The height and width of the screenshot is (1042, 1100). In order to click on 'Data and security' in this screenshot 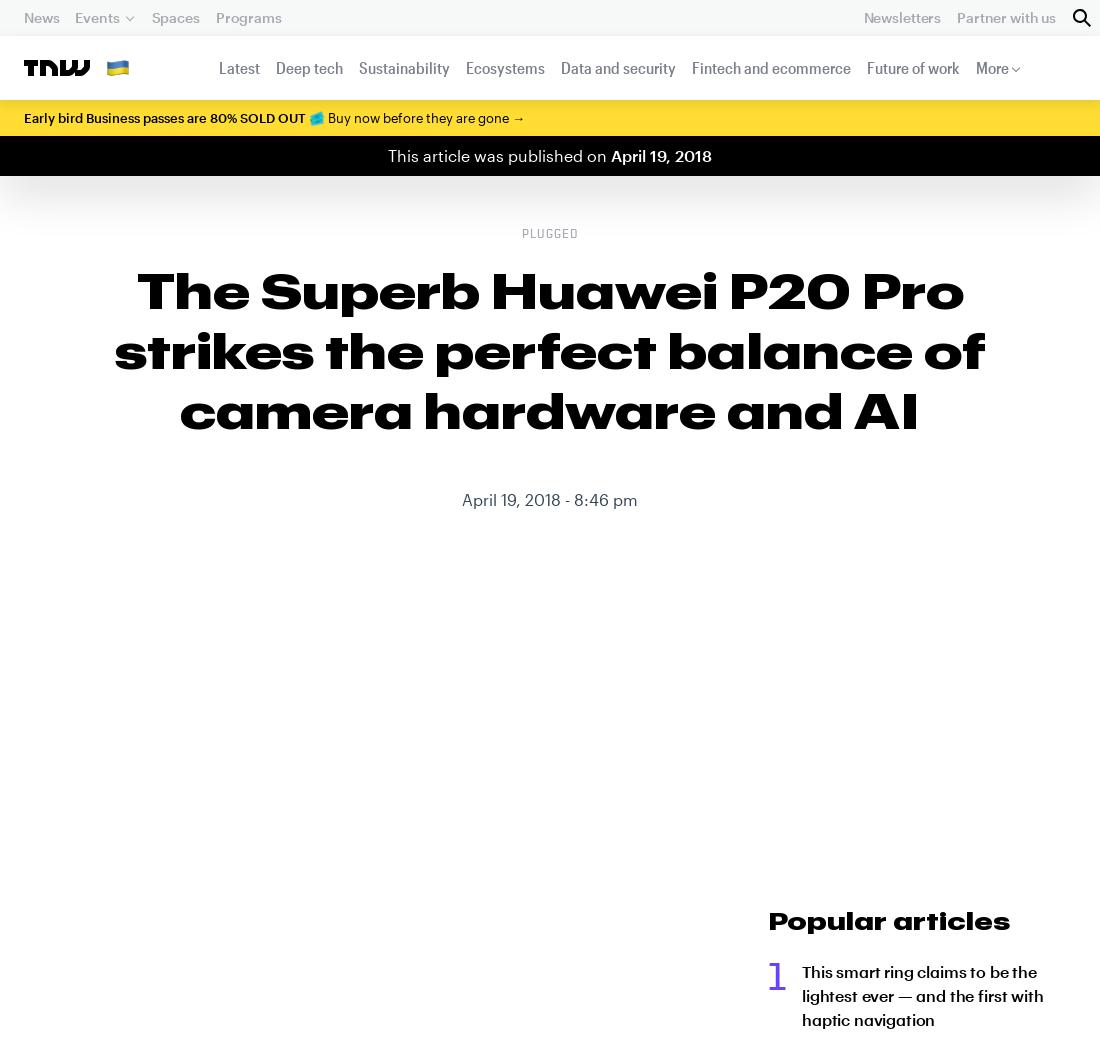, I will do `click(616, 66)`.